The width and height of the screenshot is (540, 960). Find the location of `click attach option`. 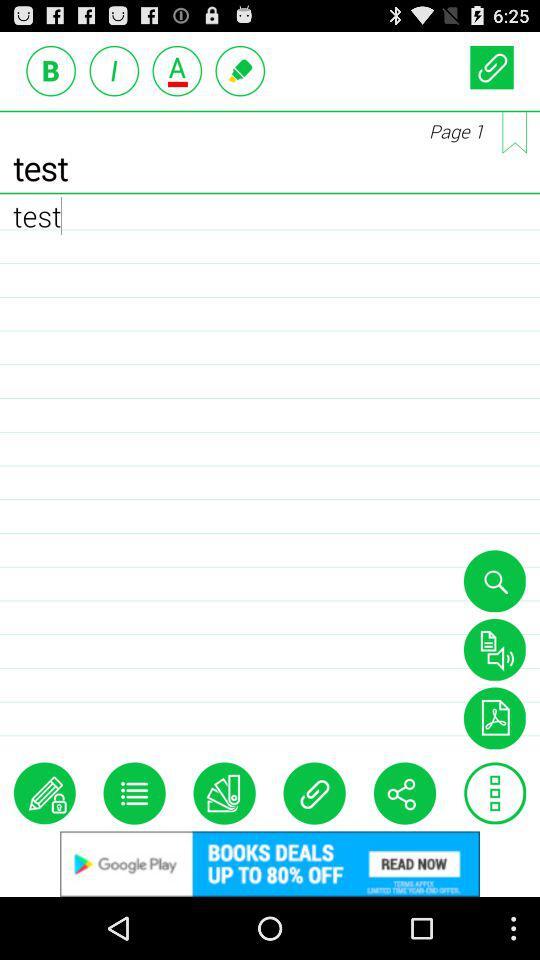

click attach option is located at coordinates (314, 793).